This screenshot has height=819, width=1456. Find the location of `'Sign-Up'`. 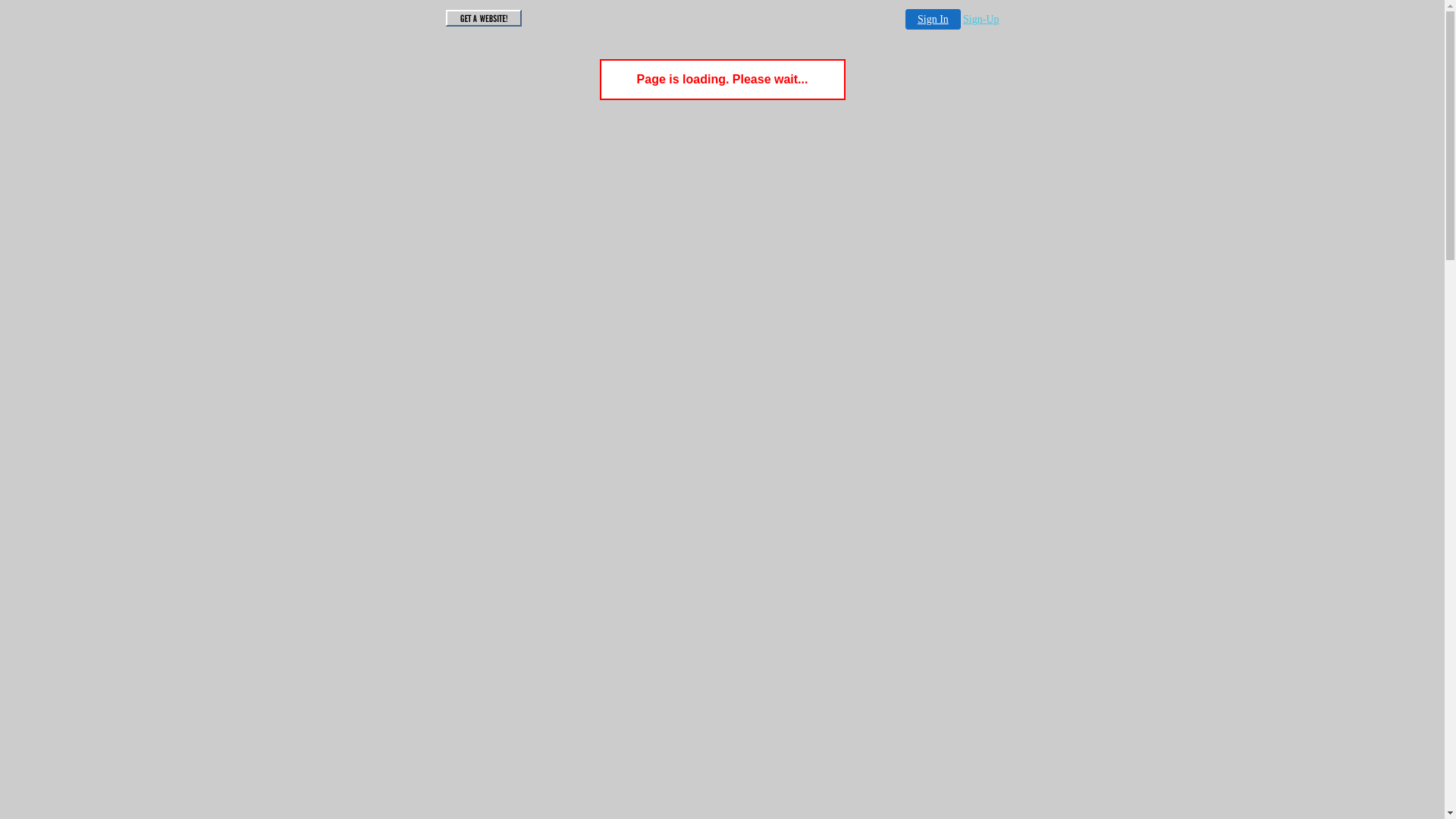

'Sign-Up' is located at coordinates (962, 19).